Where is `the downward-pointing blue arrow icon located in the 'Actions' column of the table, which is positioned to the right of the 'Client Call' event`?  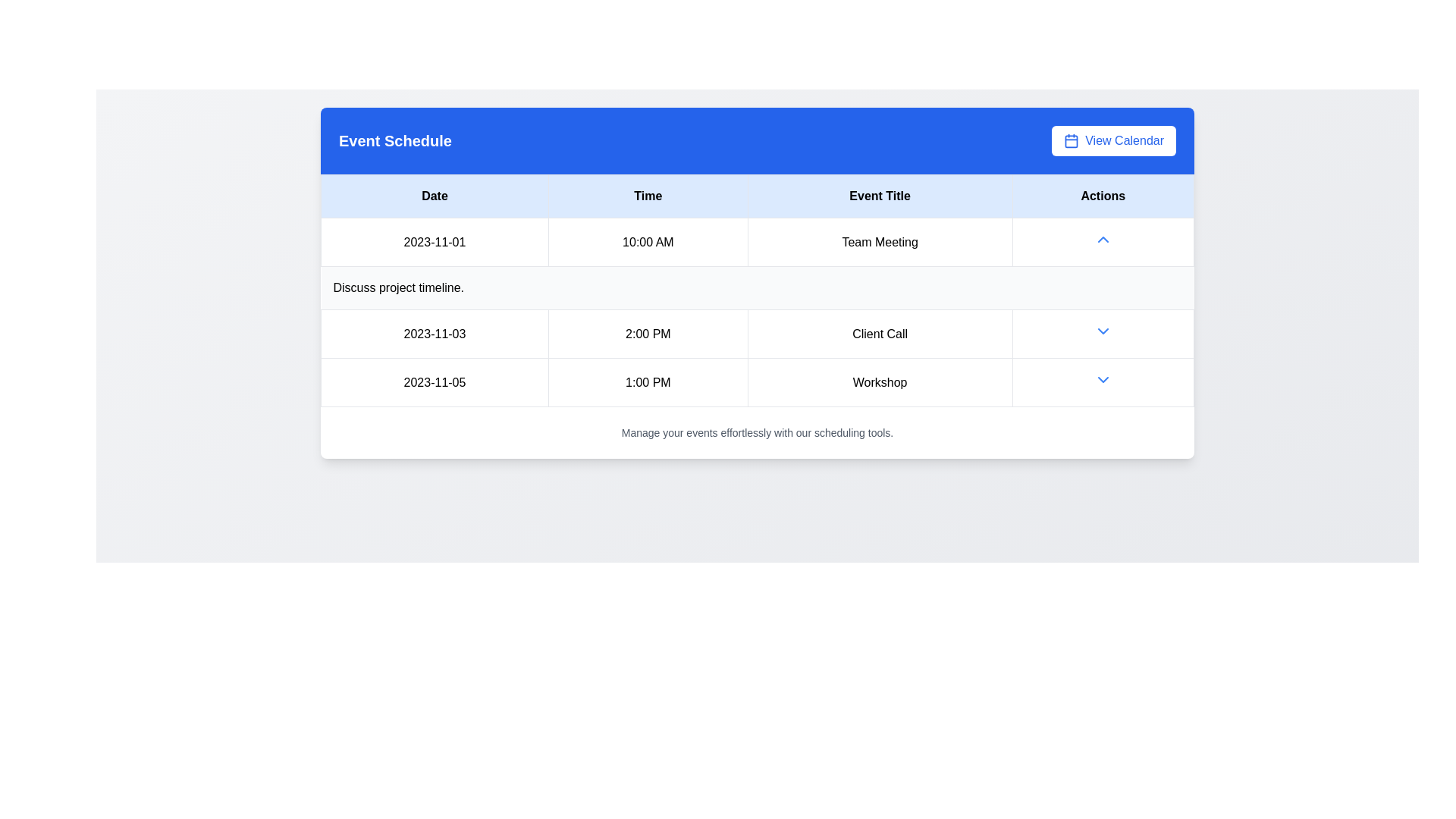 the downward-pointing blue arrow icon located in the 'Actions' column of the table, which is positioned to the right of the 'Client Call' event is located at coordinates (1103, 333).